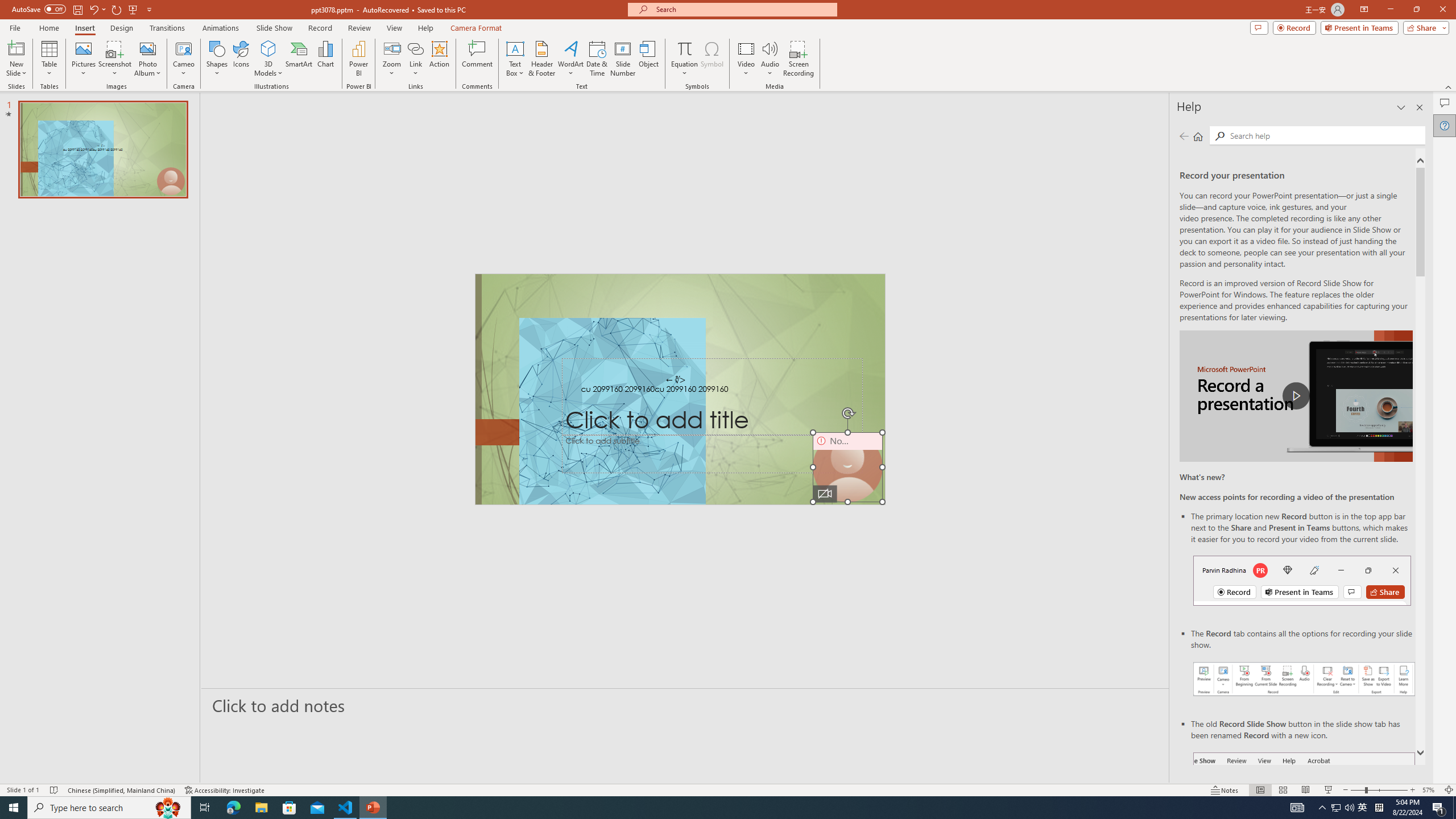  Describe the element at coordinates (622, 59) in the screenshot. I see `'Slide Number'` at that location.